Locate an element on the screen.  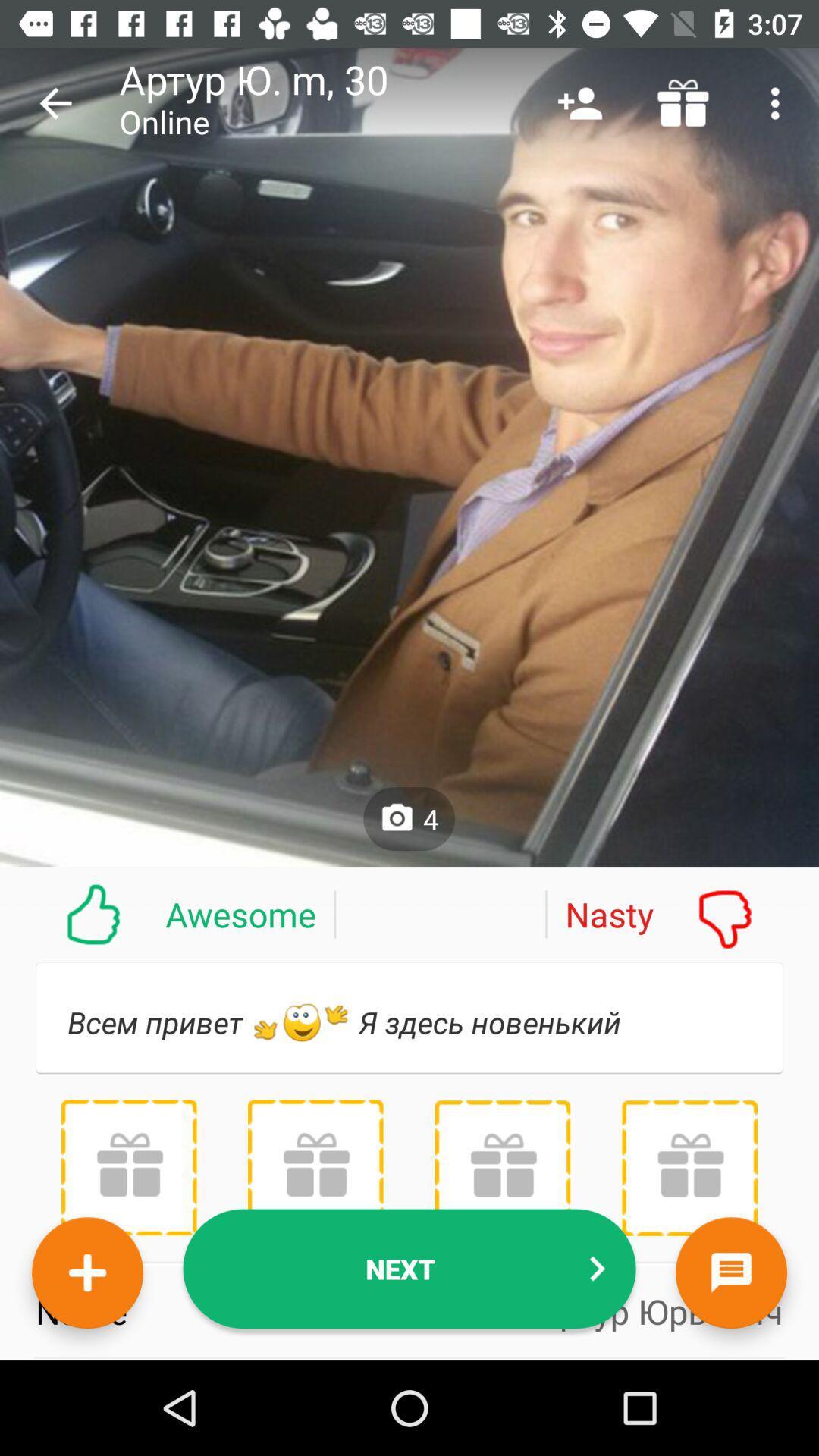
the add icon is located at coordinates (87, 1272).